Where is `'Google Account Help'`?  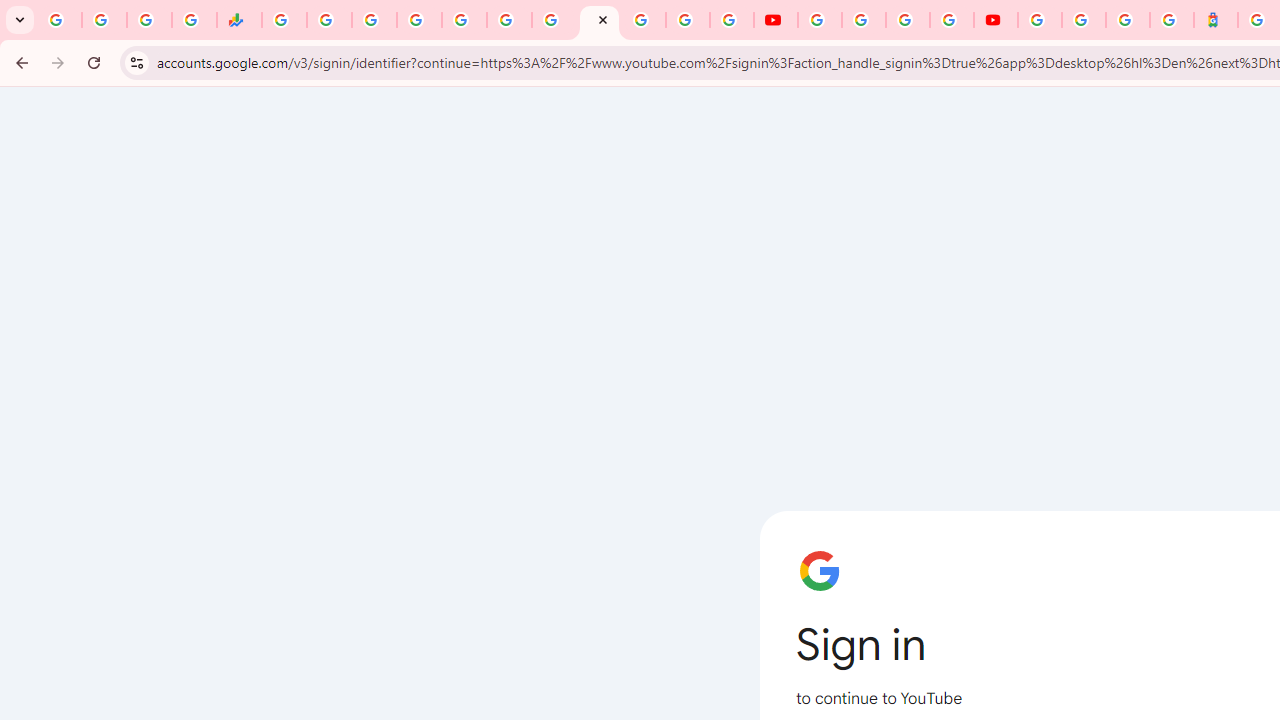 'Google Account Help' is located at coordinates (864, 20).